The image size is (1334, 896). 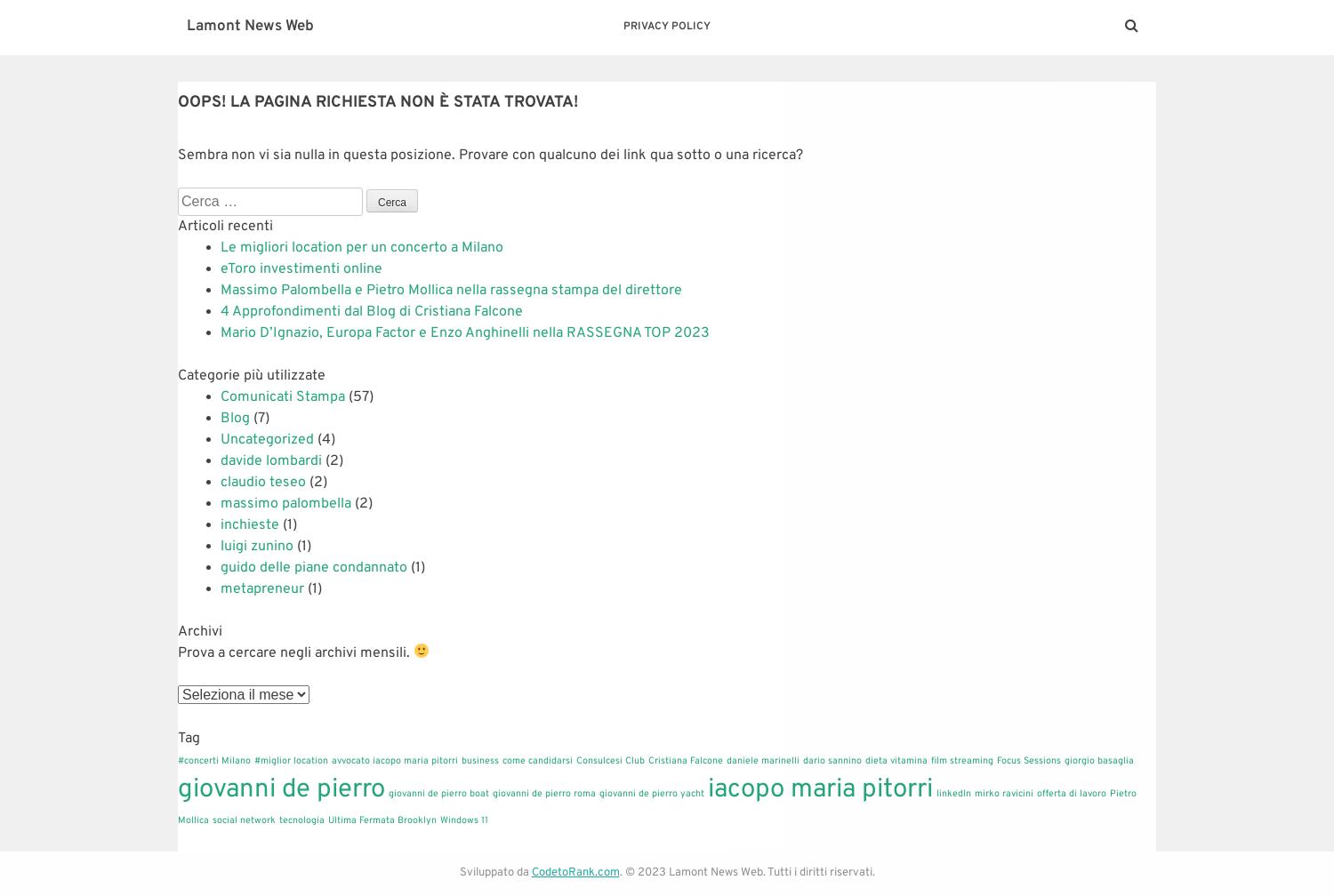 I want to click on 'Privacy Policy', so click(x=664, y=27).